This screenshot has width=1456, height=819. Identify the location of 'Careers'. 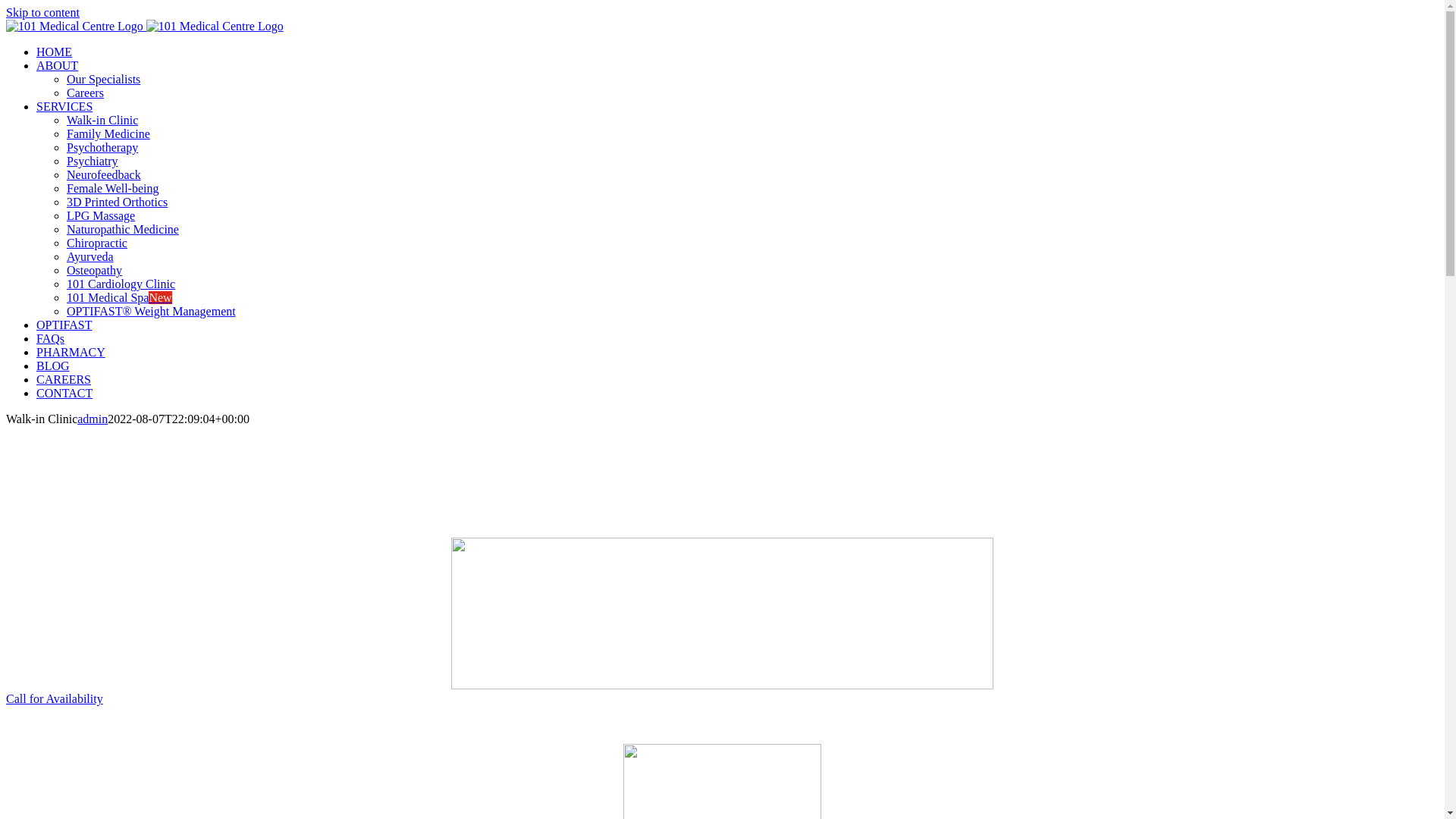
(84, 93).